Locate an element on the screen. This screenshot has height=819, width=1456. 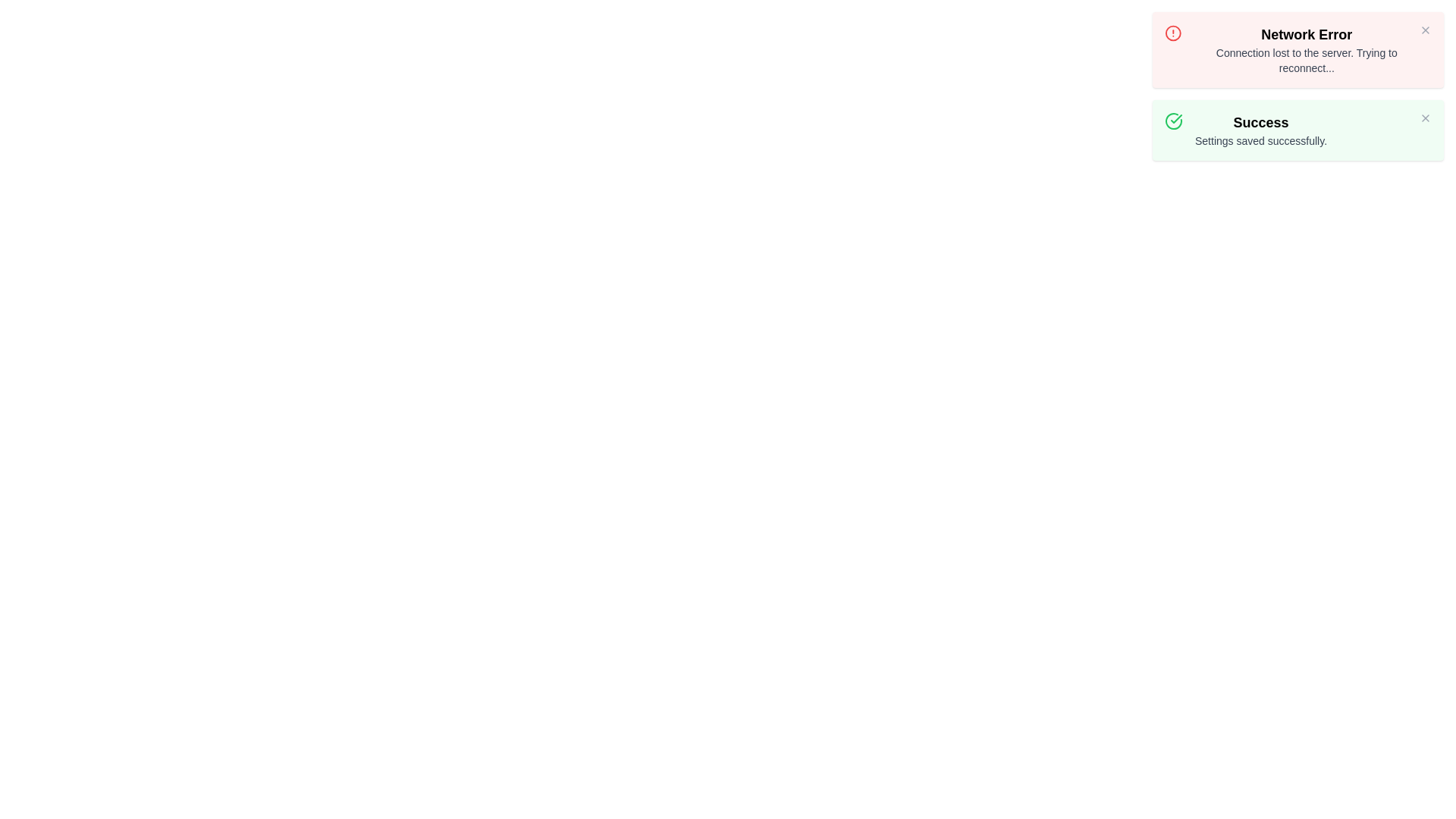
message from the Notification Banner that alerts the user about a network disconnection issue and the system's attempt to reconnect is located at coordinates (1298, 49).